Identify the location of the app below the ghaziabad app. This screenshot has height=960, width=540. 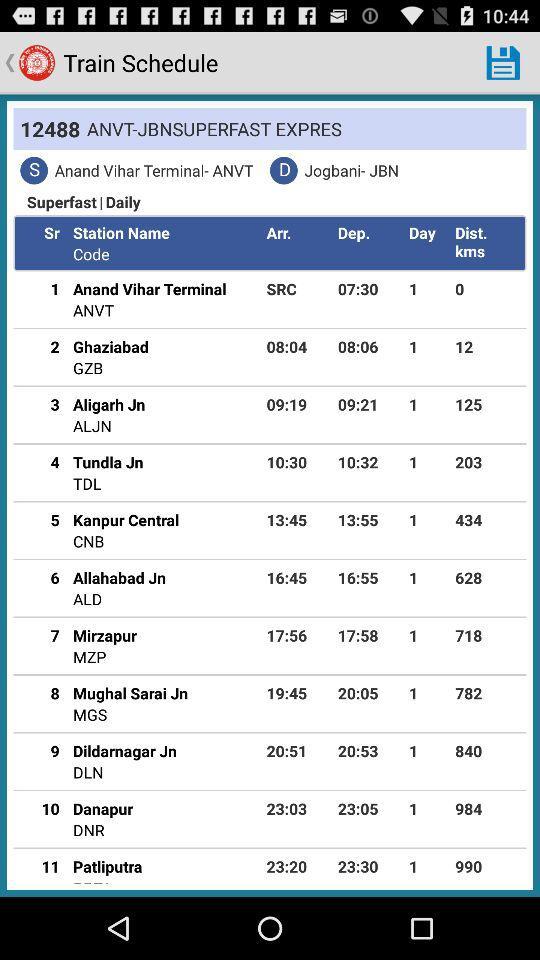
(87, 367).